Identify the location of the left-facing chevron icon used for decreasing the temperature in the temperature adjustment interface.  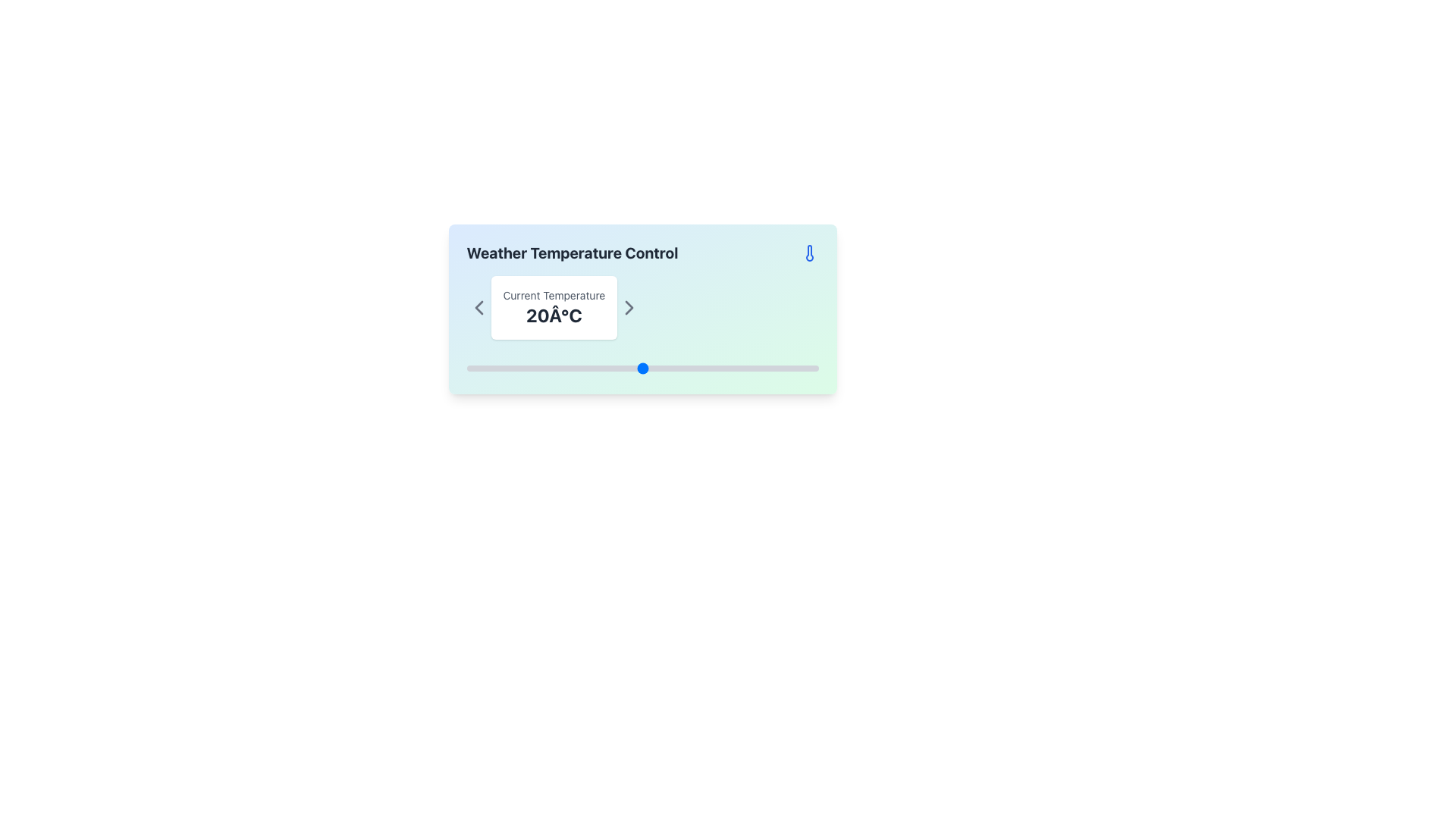
(478, 307).